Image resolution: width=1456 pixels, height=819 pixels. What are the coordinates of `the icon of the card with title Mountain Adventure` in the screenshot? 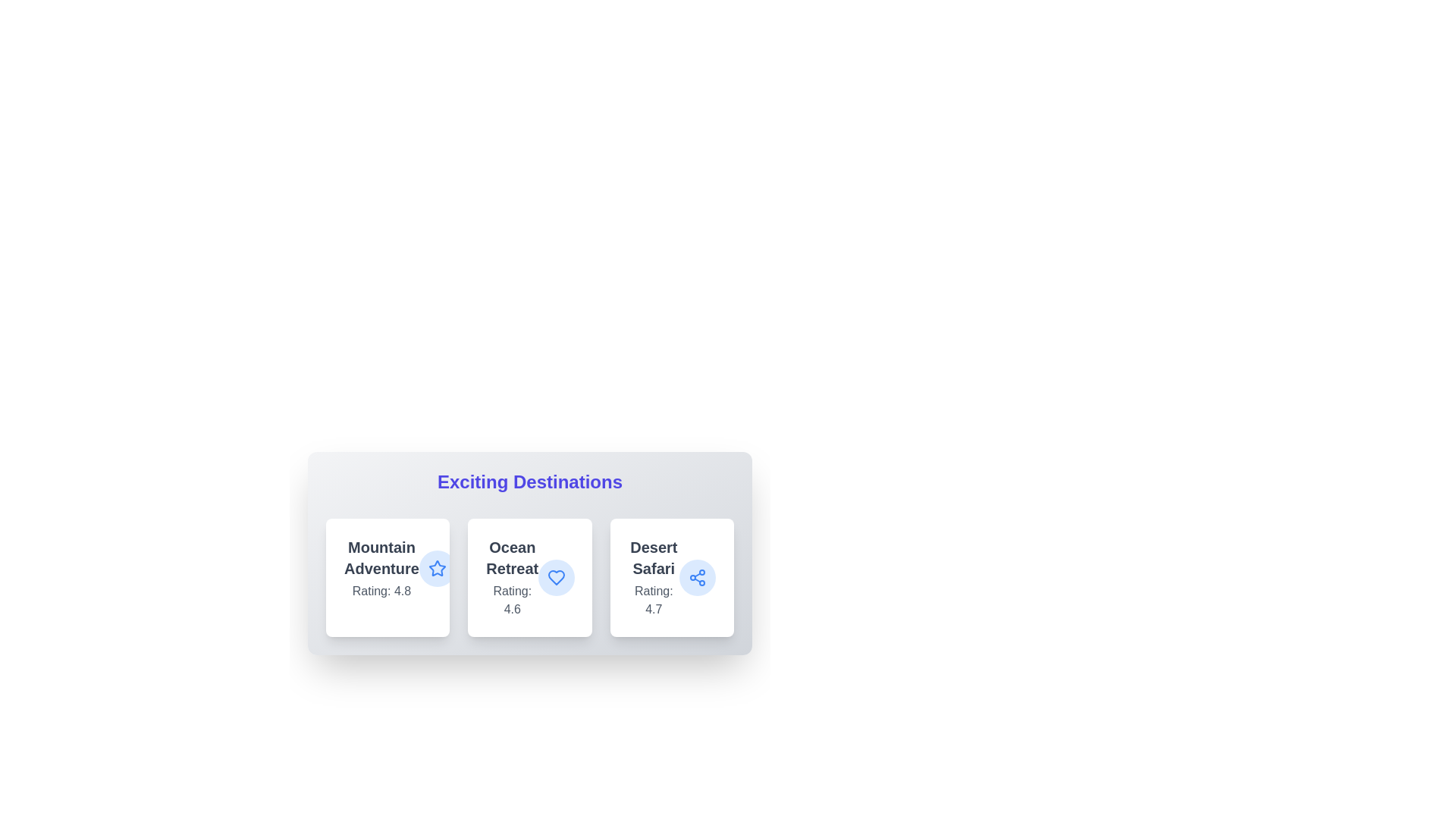 It's located at (436, 568).